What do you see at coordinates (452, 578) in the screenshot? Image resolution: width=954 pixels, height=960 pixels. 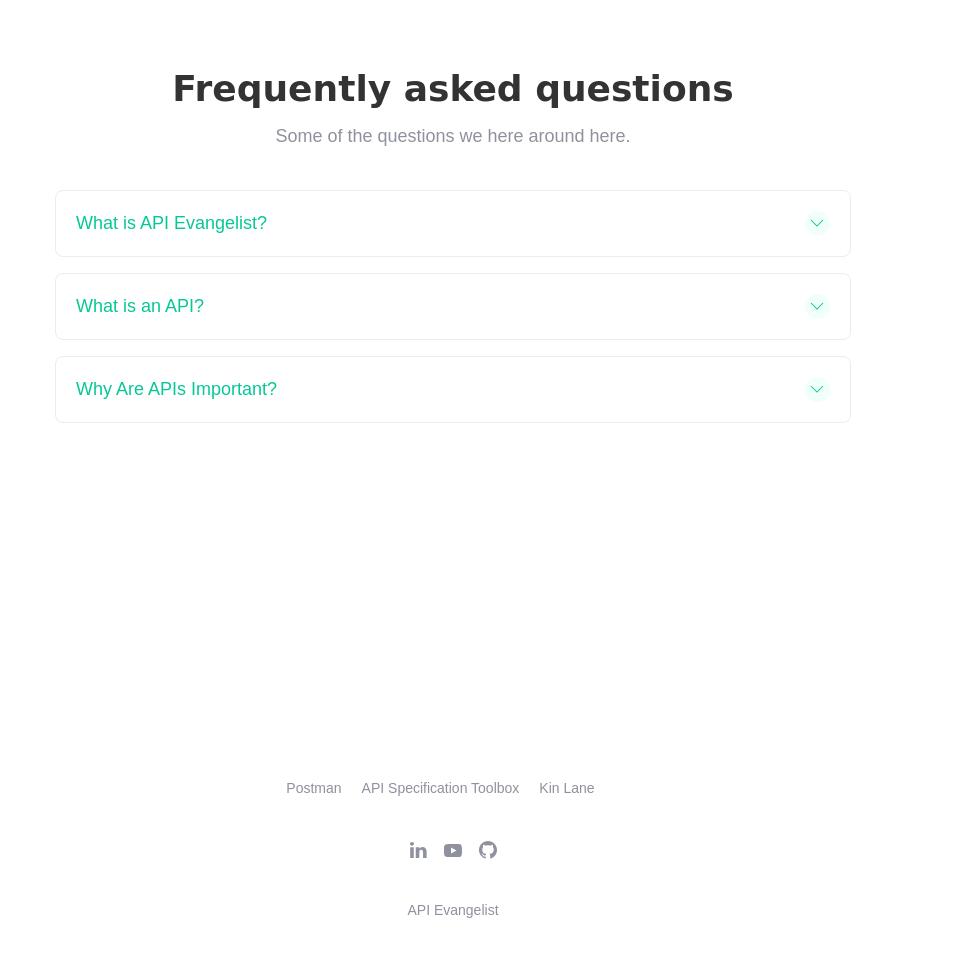 I see `'Feel free to reach out if you have any questions or thoughts.'` at bounding box center [452, 578].